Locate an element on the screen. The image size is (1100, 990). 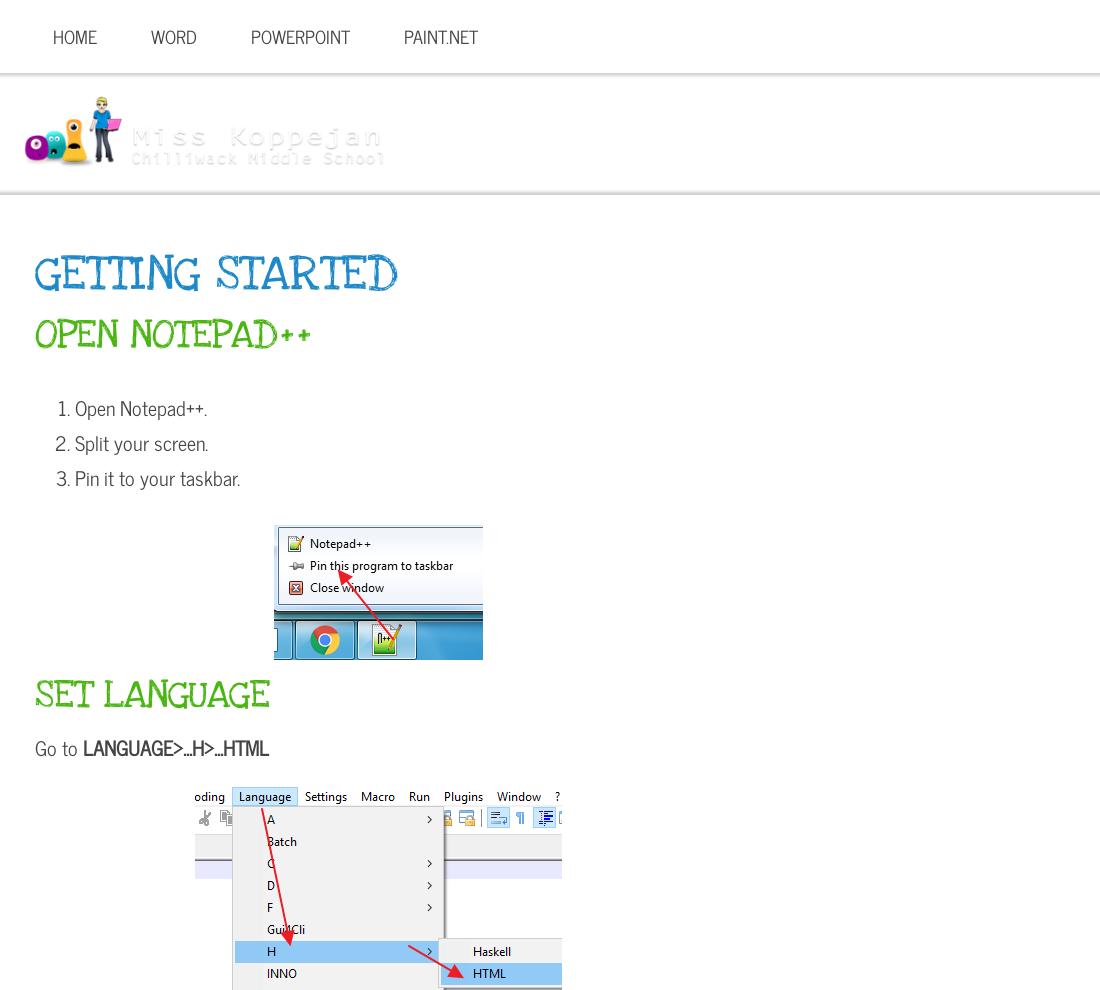
'Split your screen.' is located at coordinates (140, 441).